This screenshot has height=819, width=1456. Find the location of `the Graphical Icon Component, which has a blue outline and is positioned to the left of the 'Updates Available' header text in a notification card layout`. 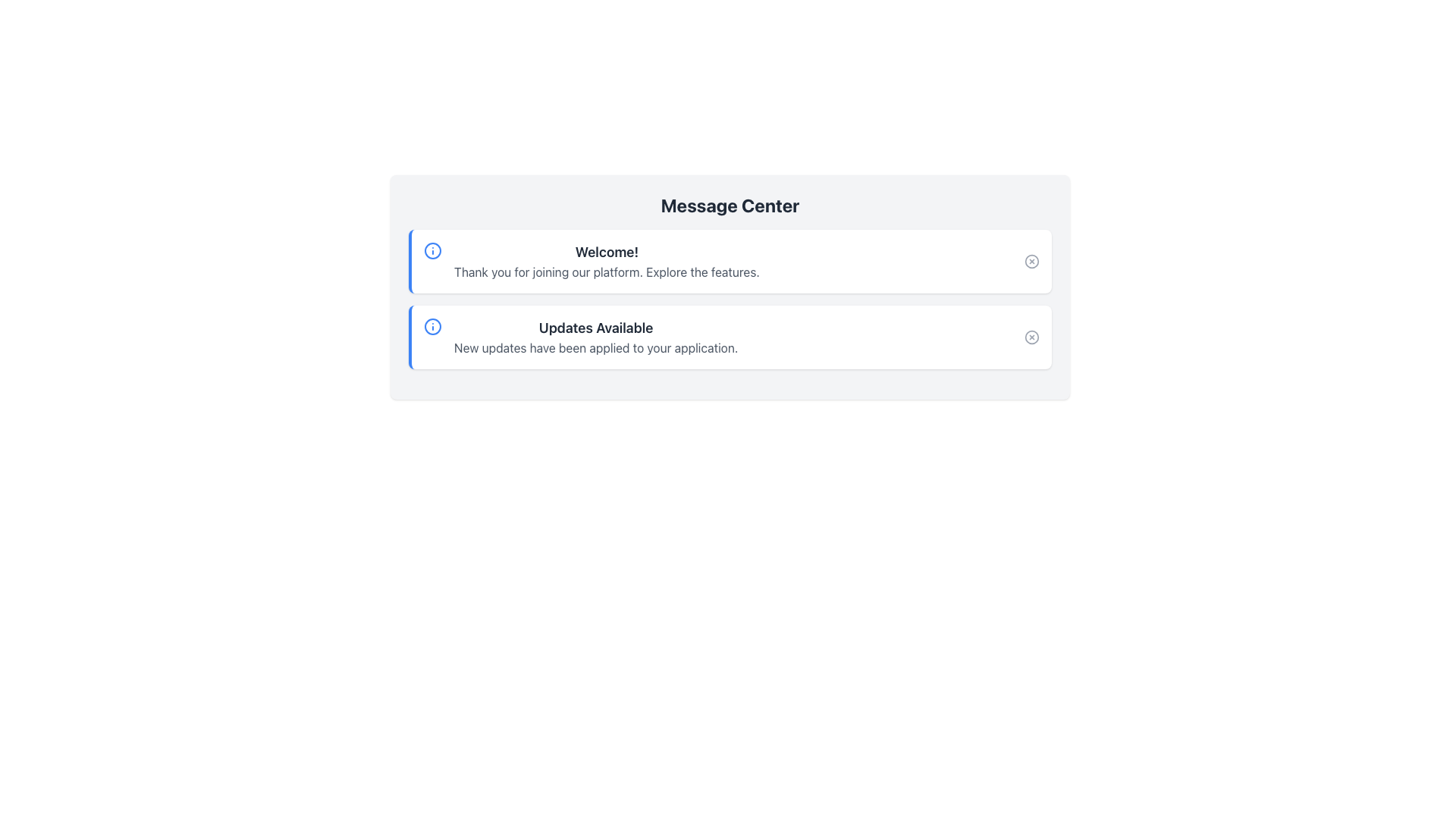

the Graphical Icon Component, which has a blue outline and is positioned to the left of the 'Updates Available' header text in a notification card layout is located at coordinates (432, 326).